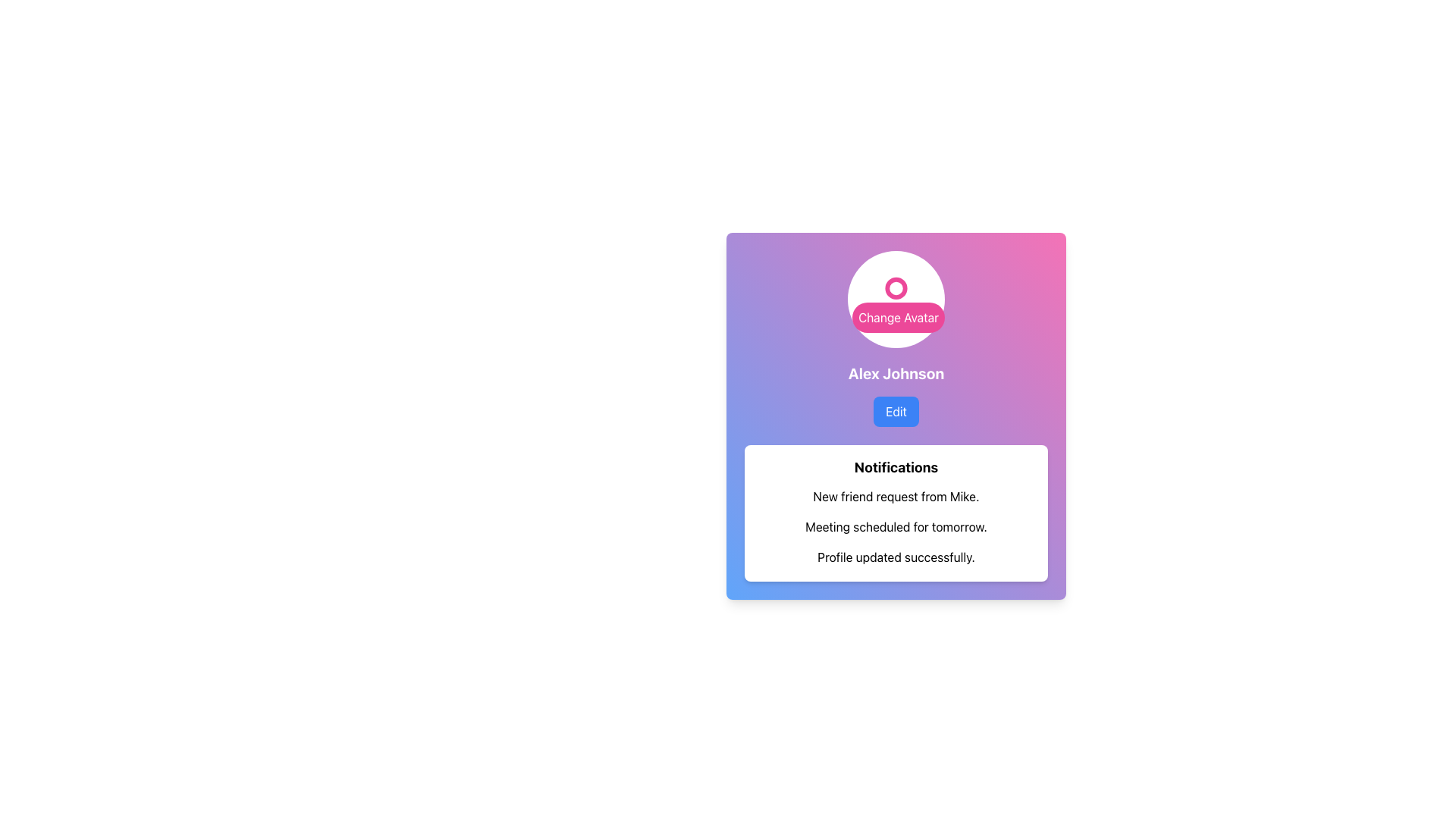  What do you see at coordinates (896, 416) in the screenshot?
I see `the button for editing user-related settings located below the name 'Alex Johnson'` at bounding box center [896, 416].